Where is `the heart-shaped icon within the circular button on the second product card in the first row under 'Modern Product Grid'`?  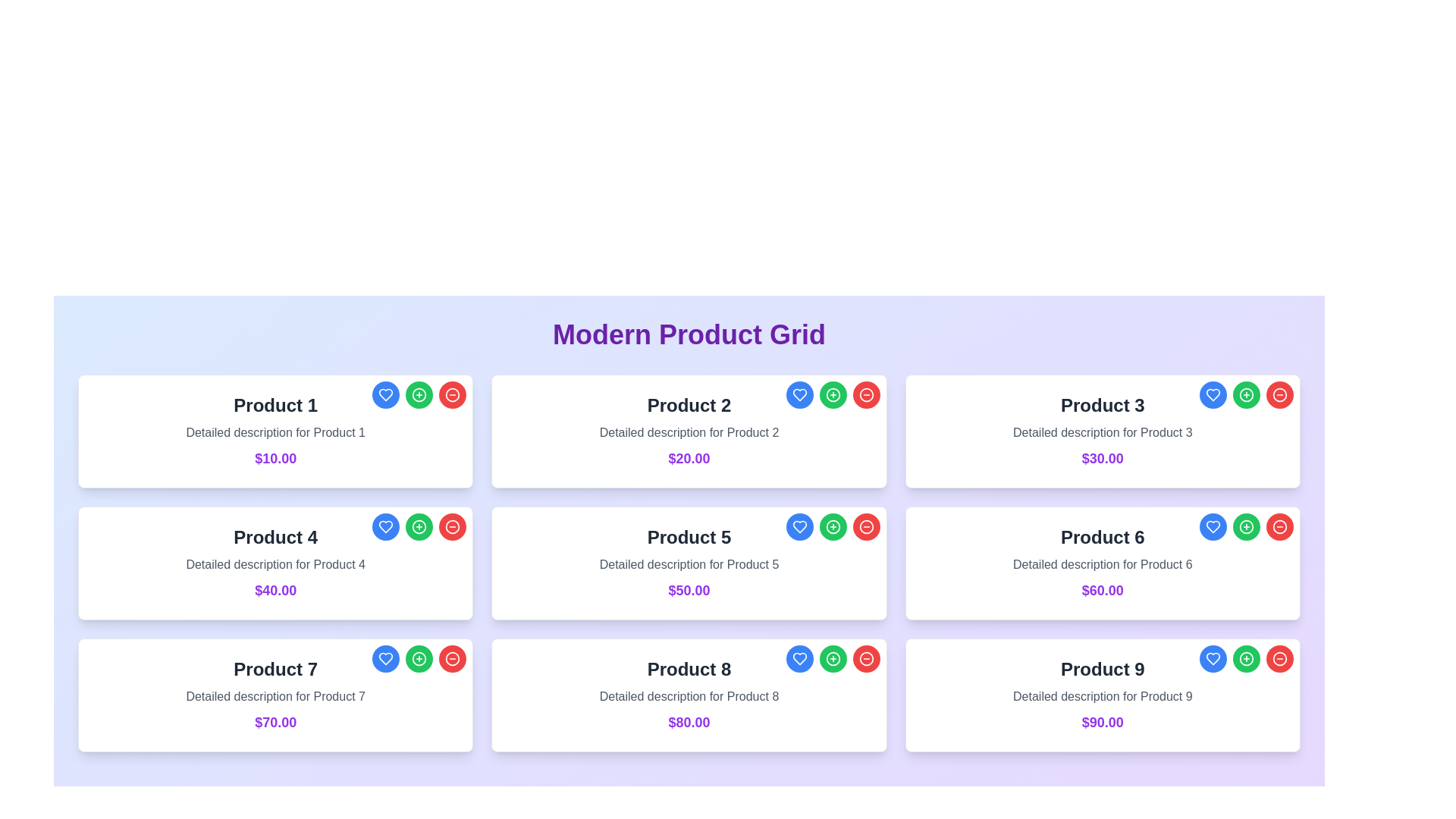 the heart-shaped icon within the circular button on the second product card in the first row under 'Modern Product Grid' is located at coordinates (799, 394).